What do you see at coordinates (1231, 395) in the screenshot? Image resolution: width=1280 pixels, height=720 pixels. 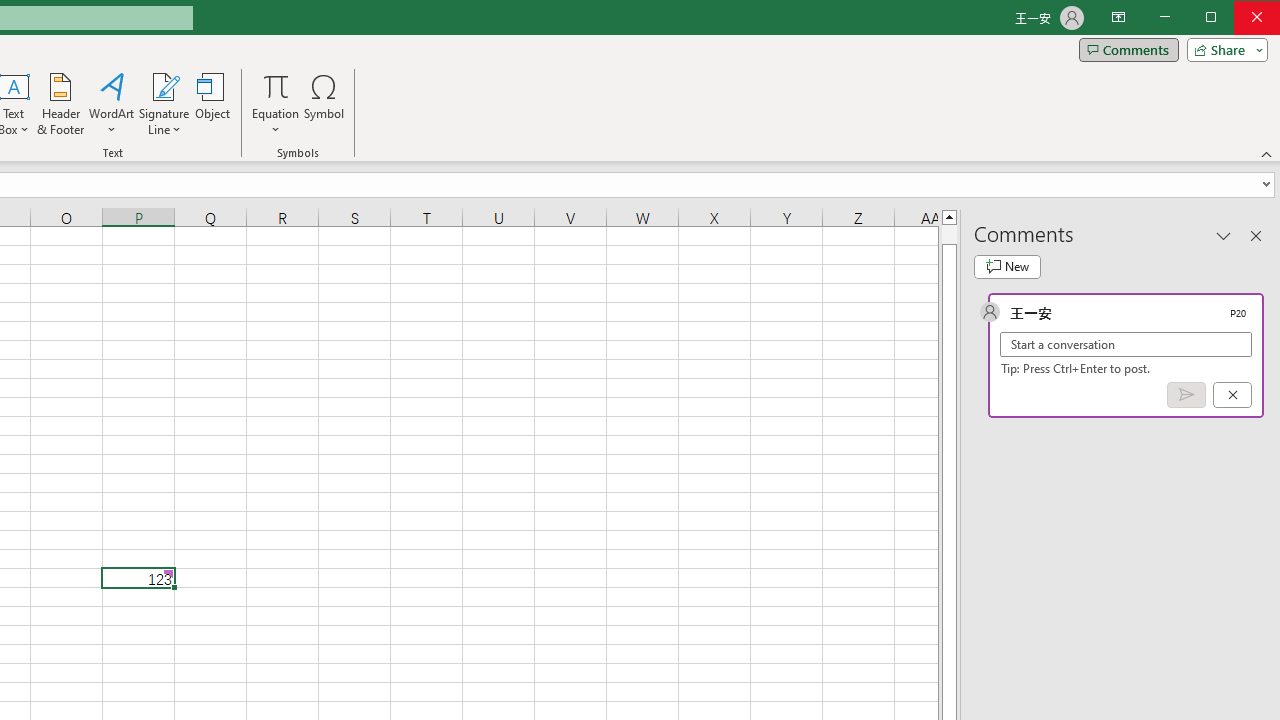 I see `'Cancel'` at bounding box center [1231, 395].